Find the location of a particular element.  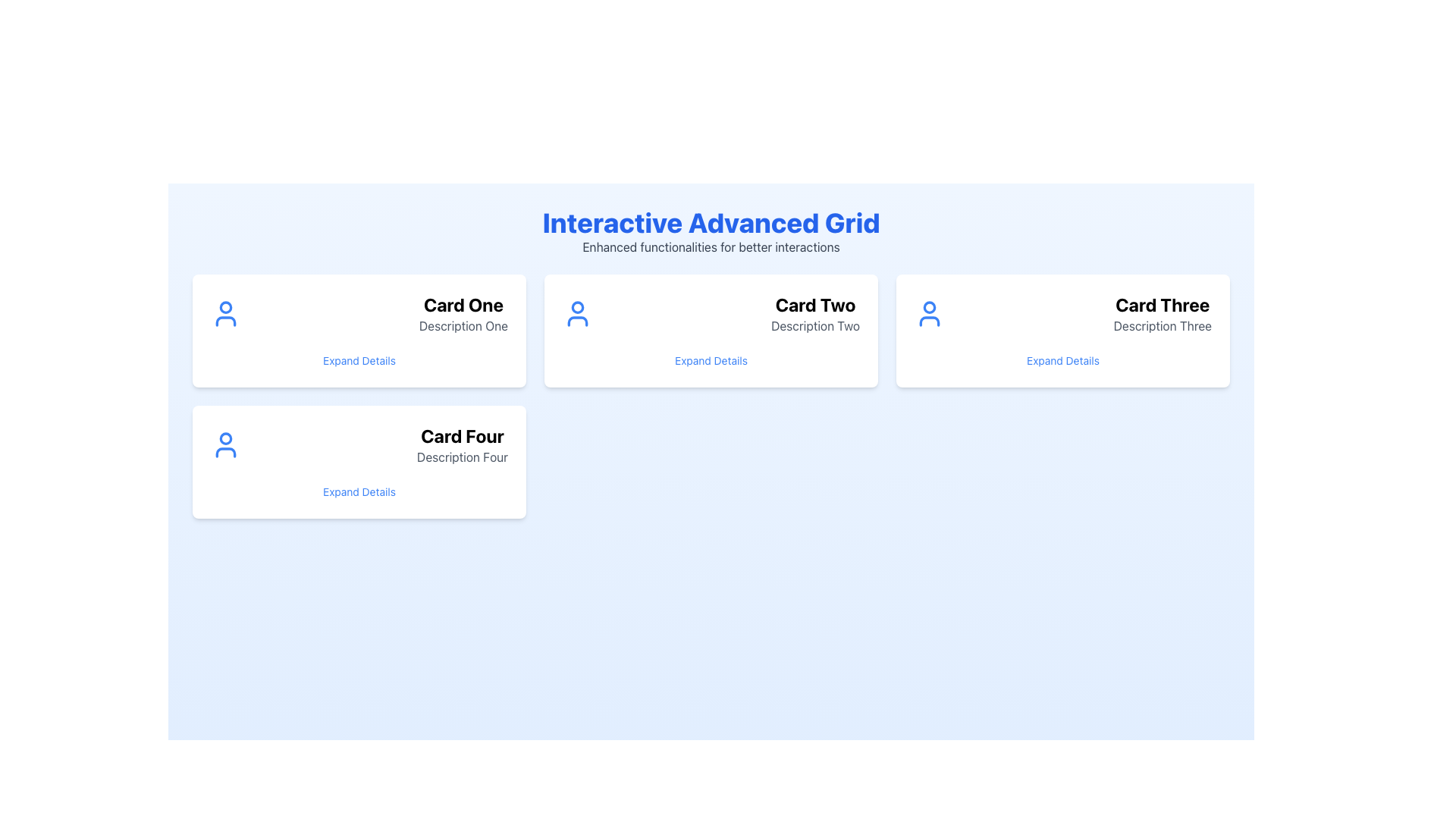

the bold text label reading 'Card Two', which is located in the top-right card of the grid layout, and is positioned above 'Description Two' is located at coordinates (814, 304).